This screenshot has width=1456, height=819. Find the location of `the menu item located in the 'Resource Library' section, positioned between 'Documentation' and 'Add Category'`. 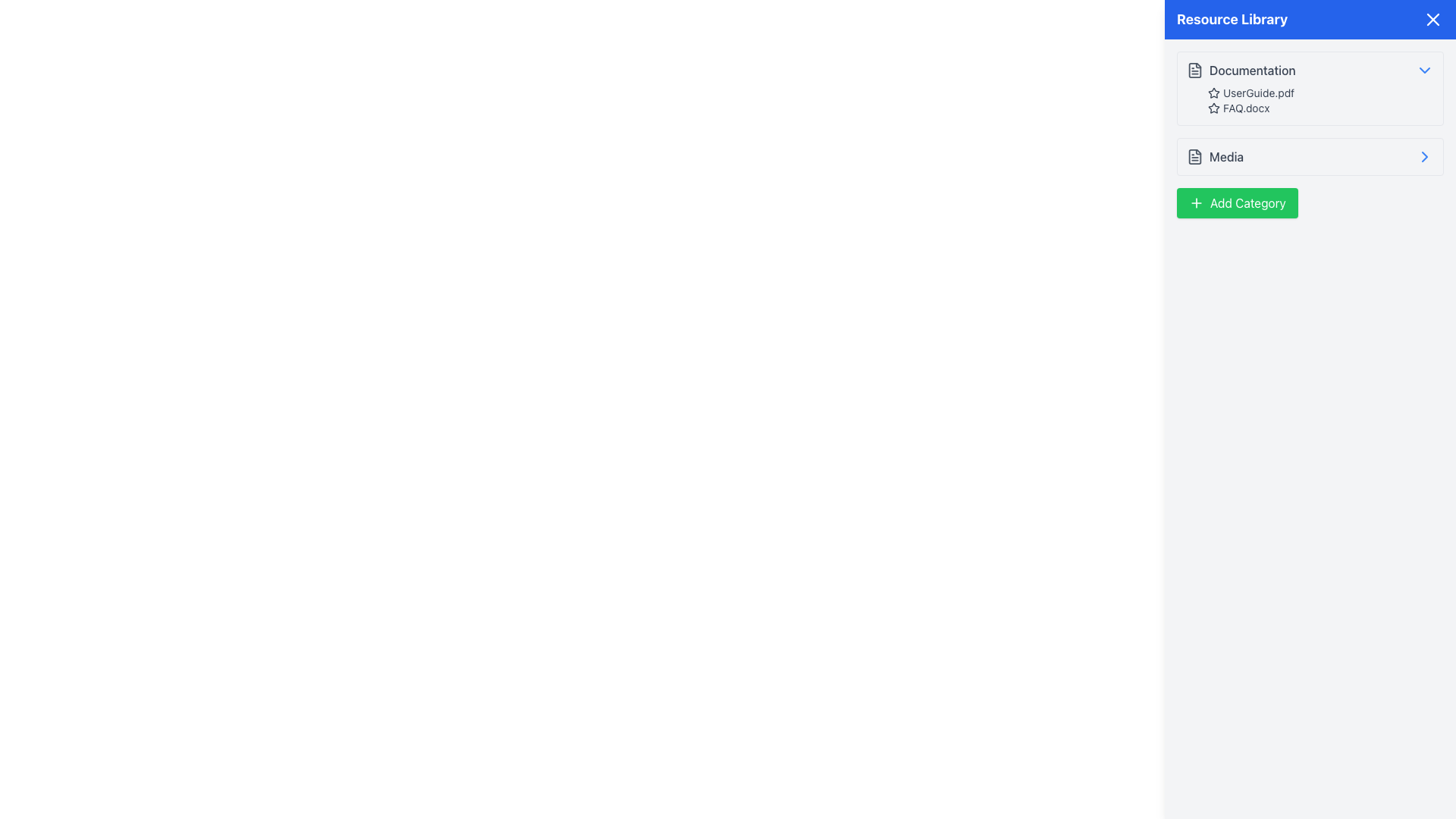

the menu item located in the 'Resource Library' section, positioned between 'Documentation' and 'Add Category' is located at coordinates (1215, 157).